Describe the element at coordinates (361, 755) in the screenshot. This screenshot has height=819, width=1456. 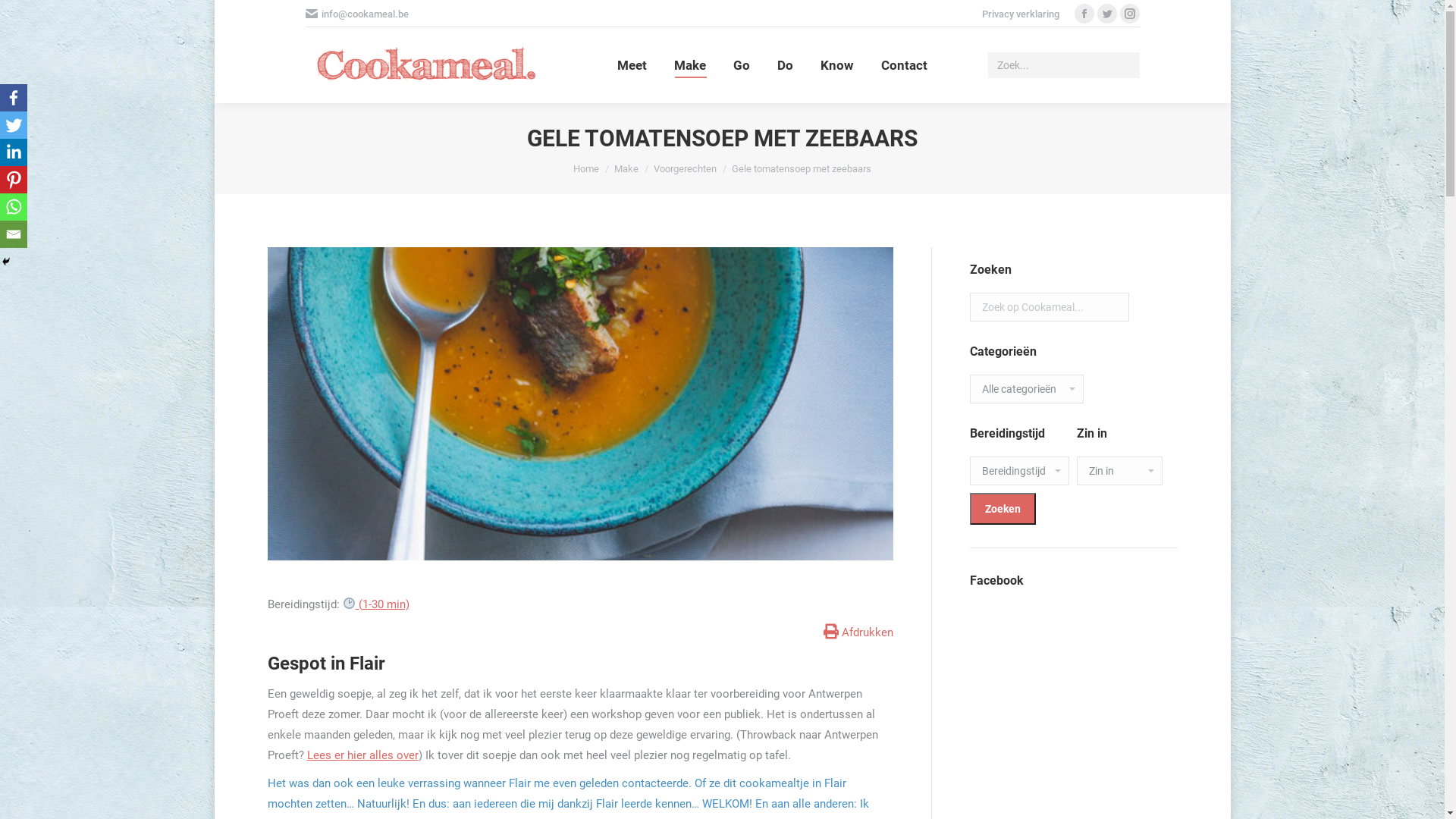
I see `'Lees er hier alles over'` at that location.